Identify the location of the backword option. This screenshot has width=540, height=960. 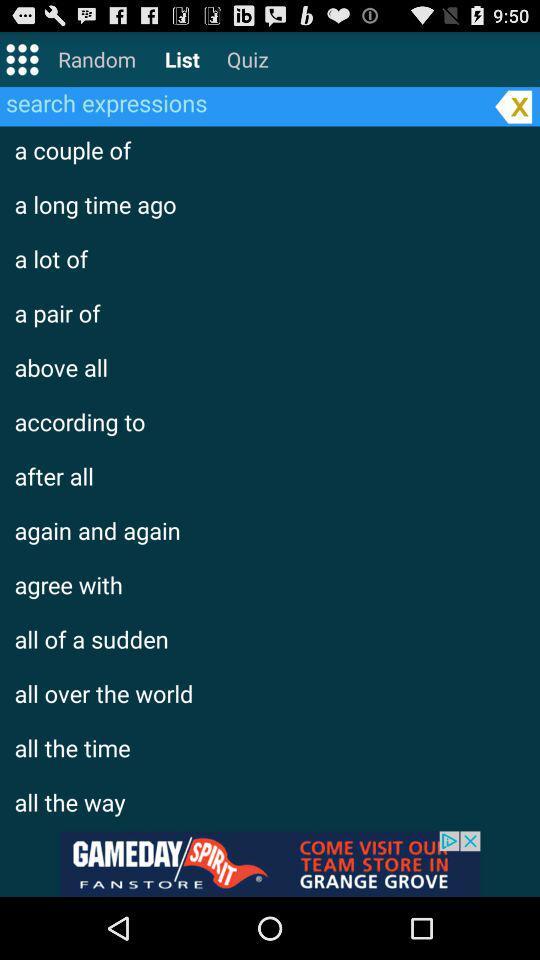
(513, 106).